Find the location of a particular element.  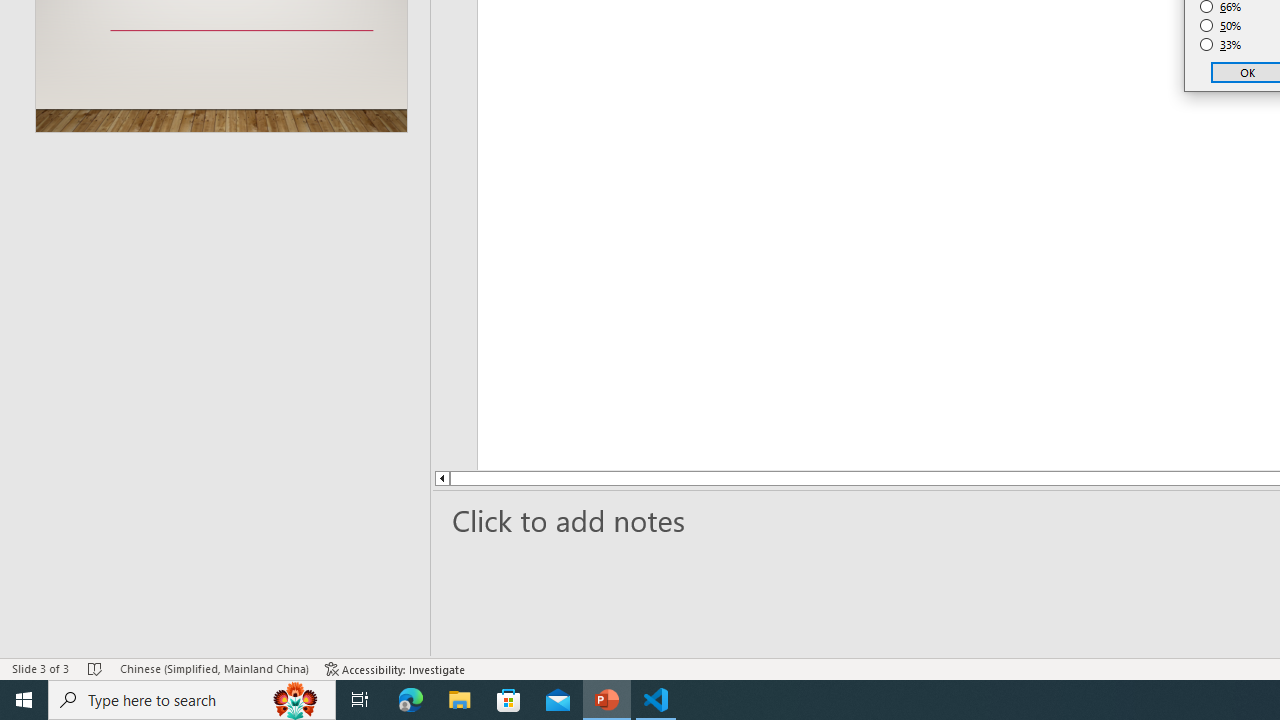

'Microsoft Store' is located at coordinates (509, 698).